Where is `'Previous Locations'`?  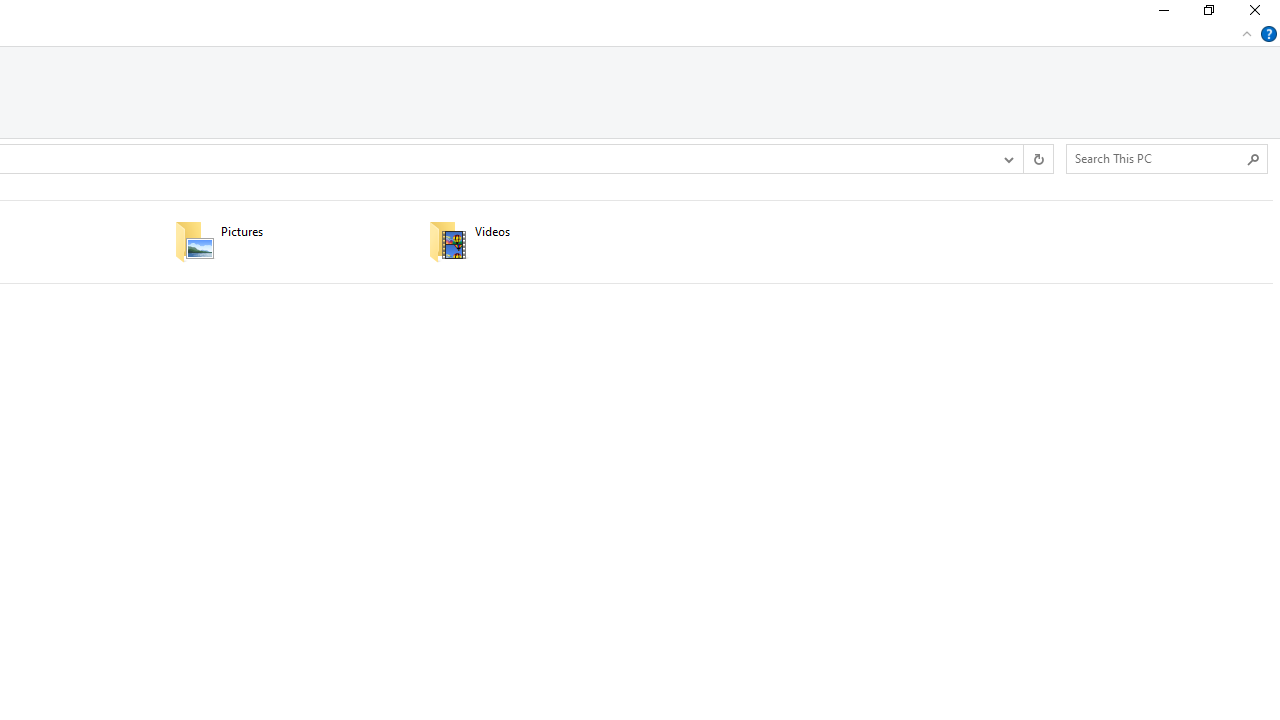 'Previous Locations' is located at coordinates (1008, 158).